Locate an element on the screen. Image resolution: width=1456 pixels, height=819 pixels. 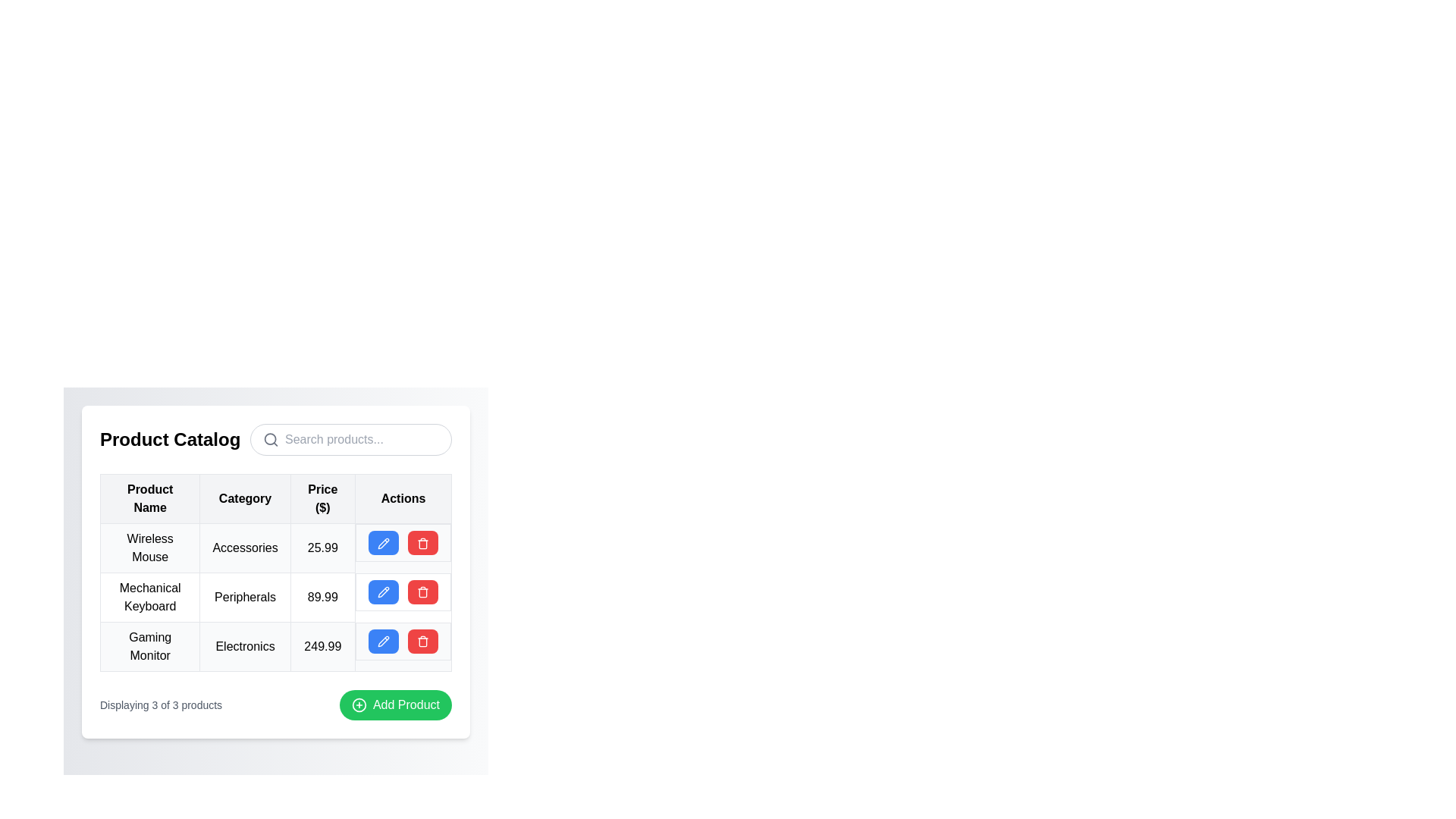
the last column header cell in the table, which indicates actions associated with each row and is located to the right of the 'Price ($)' header is located at coordinates (403, 499).